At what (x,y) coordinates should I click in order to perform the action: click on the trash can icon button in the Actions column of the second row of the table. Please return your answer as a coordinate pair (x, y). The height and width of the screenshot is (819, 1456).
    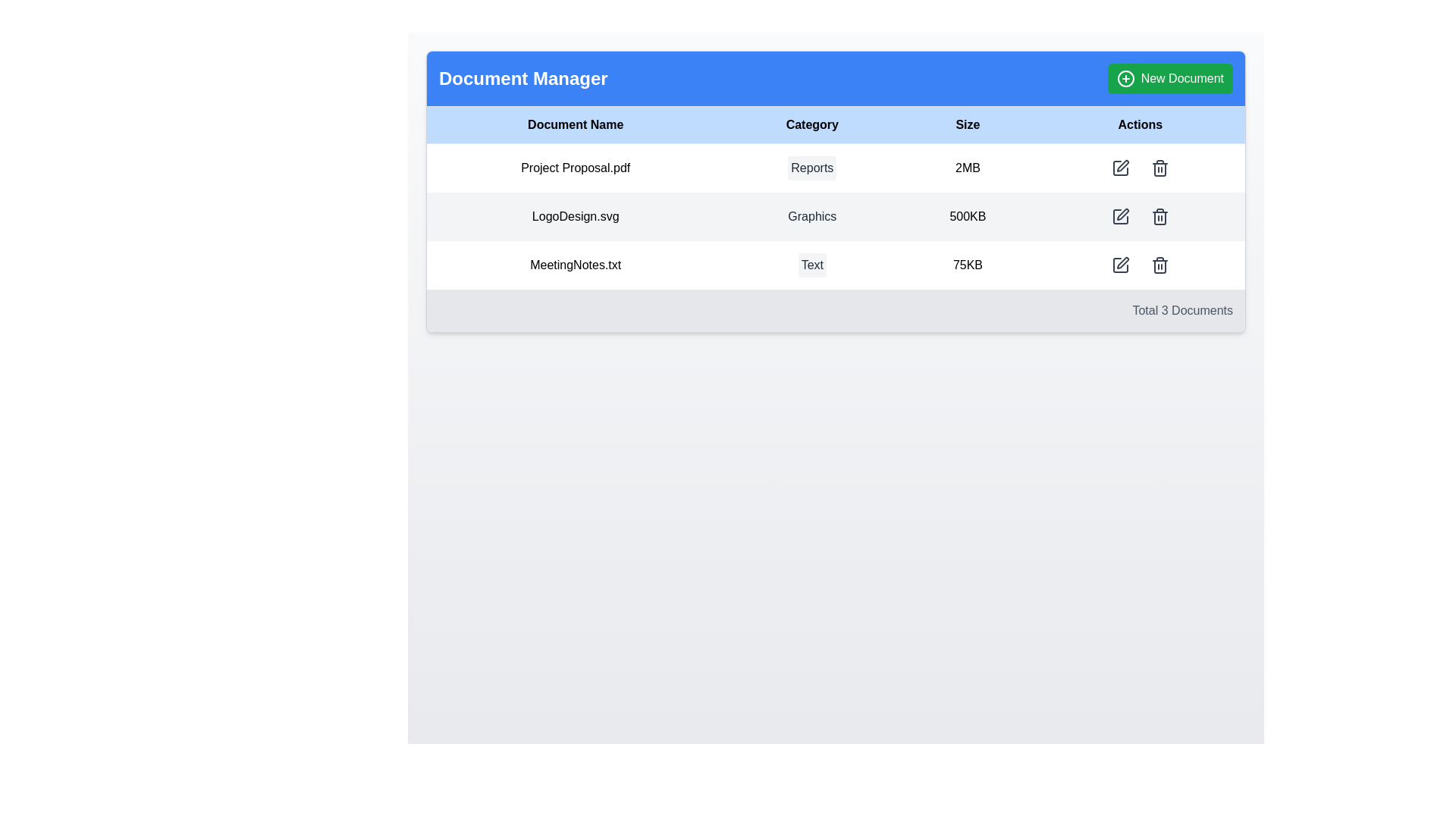
    Looking at the image, I should click on (1159, 216).